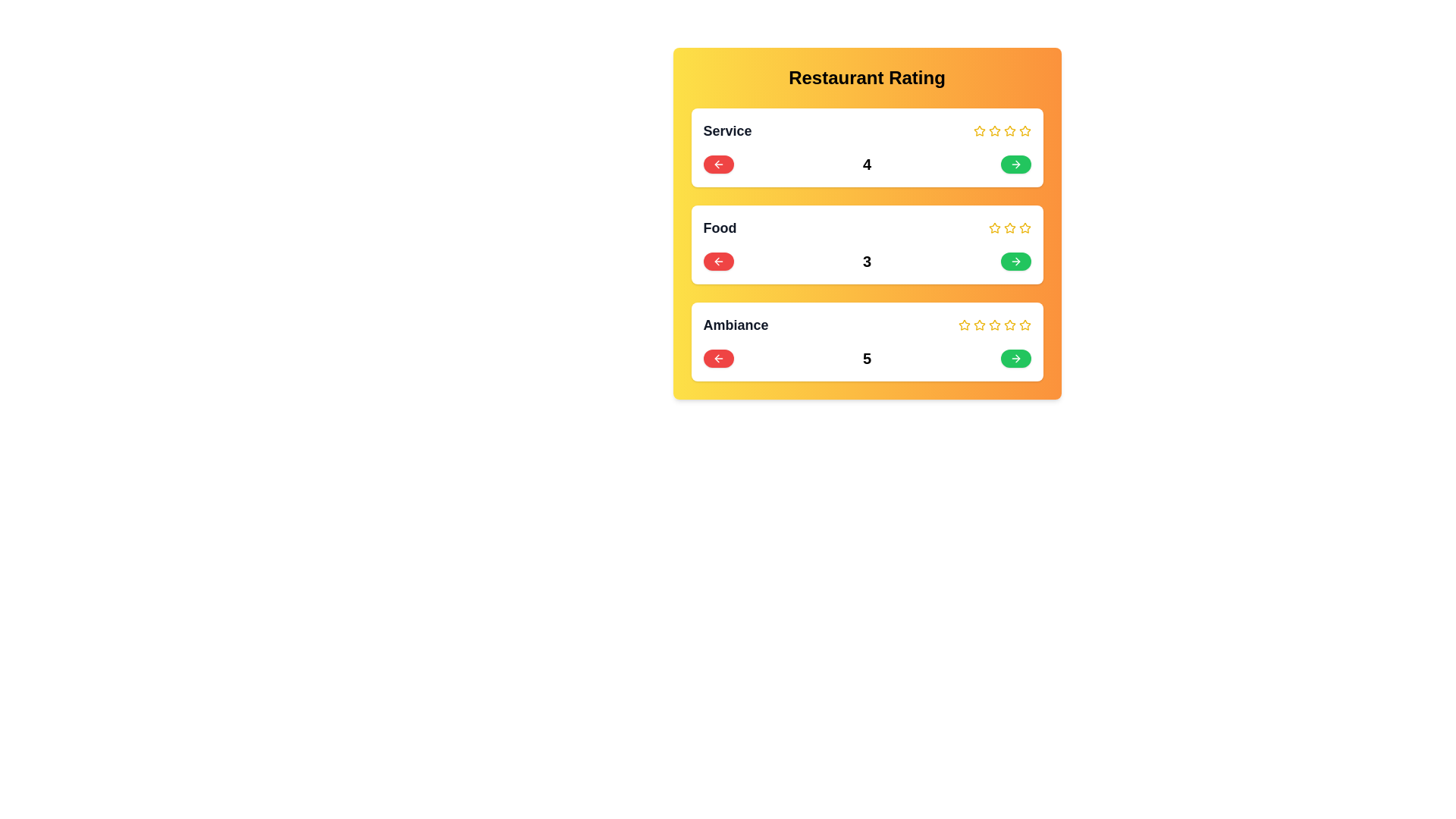 The height and width of the screenshot is (819, 1456). Describe the element at coordinates (994, 324) in the screenshot. I see `the third star in the rating system for the 'Ambiance' category` at that location.